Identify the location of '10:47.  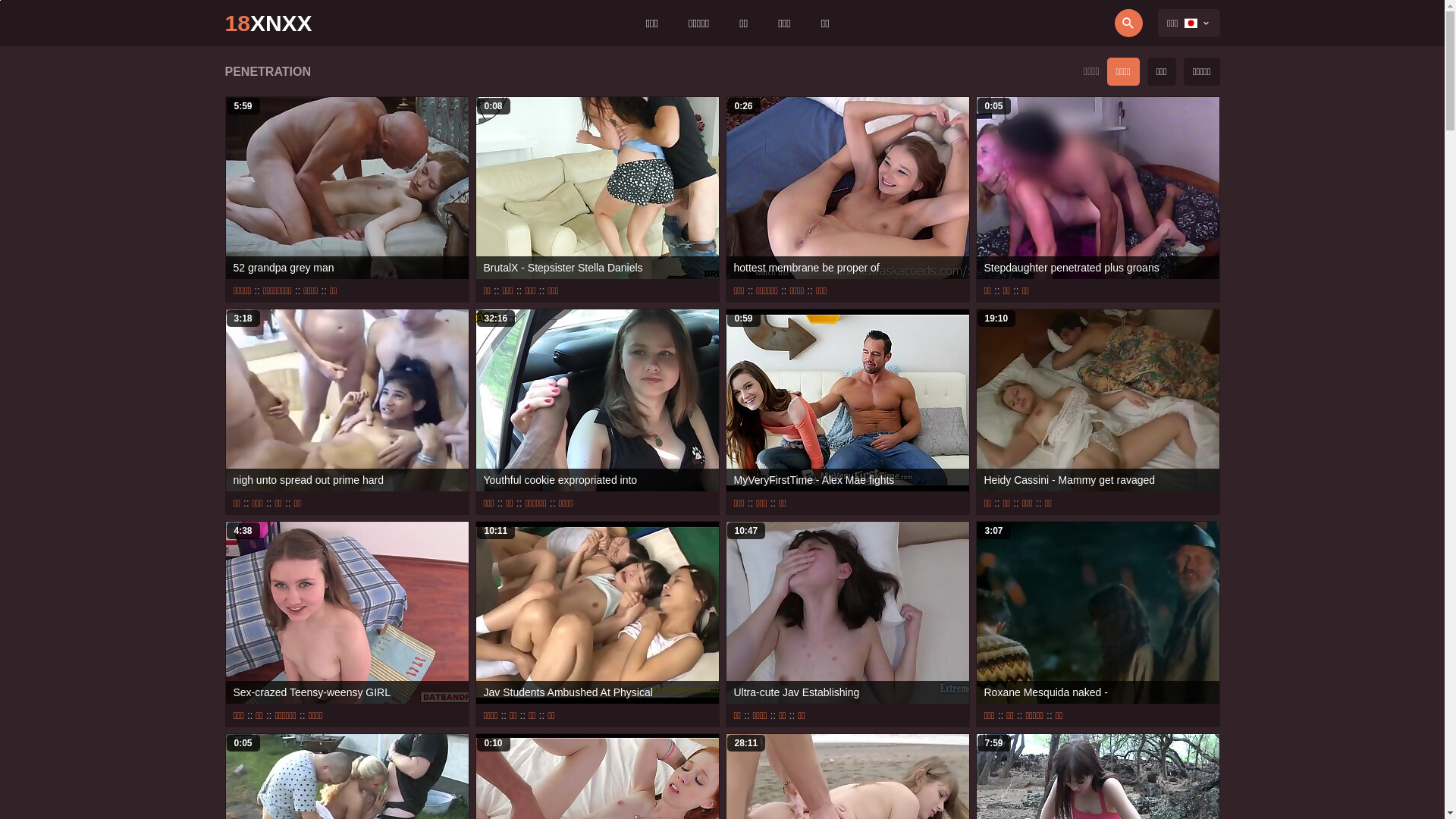
(847, 611).